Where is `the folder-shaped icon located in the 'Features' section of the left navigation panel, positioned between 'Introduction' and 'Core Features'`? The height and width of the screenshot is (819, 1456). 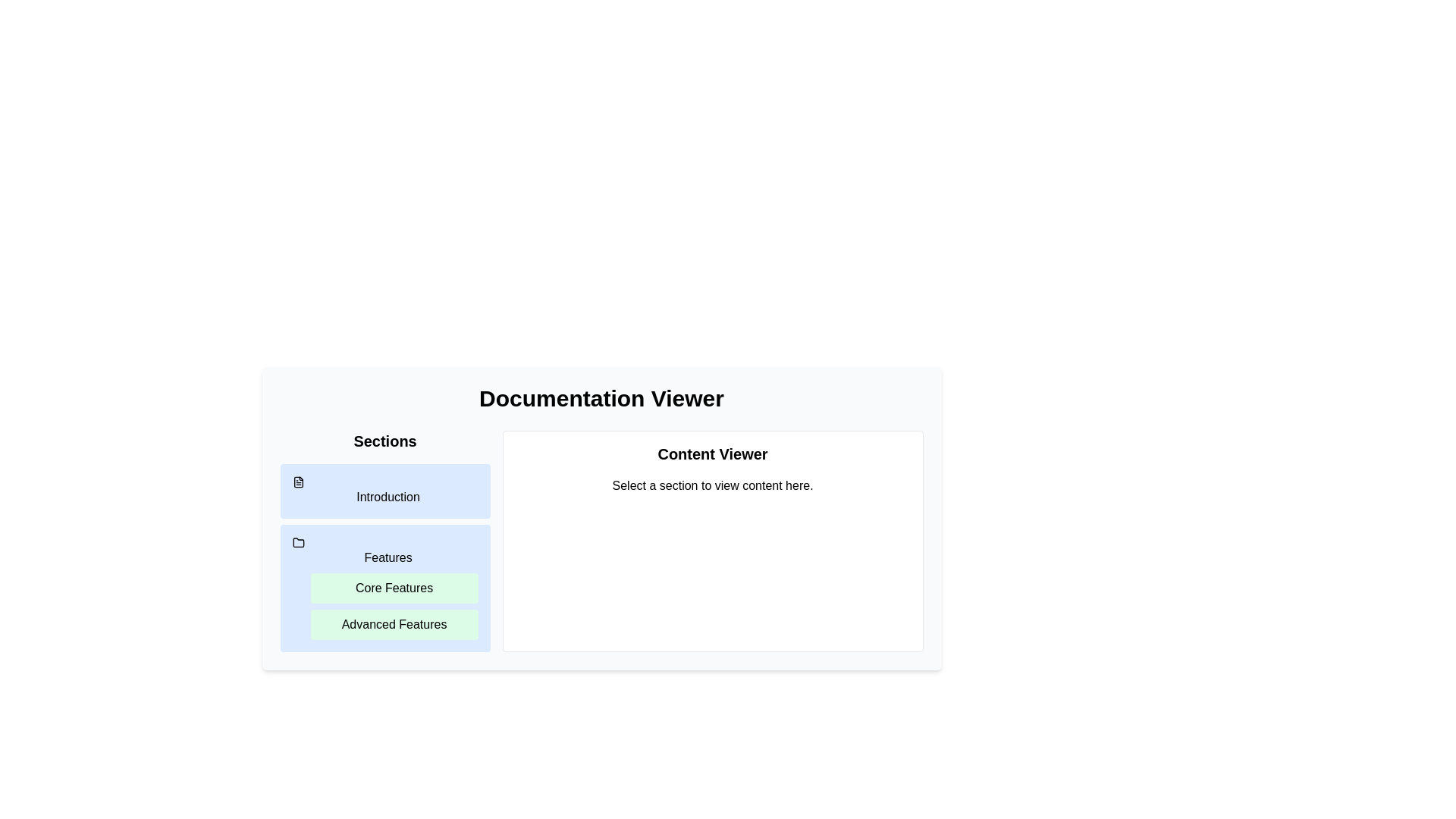
the folder-shaped icon located in the 'Features' section of the left navigation panel, positioned between 'Introduction' and 'Core Features' is located at coordinates (298, 541).